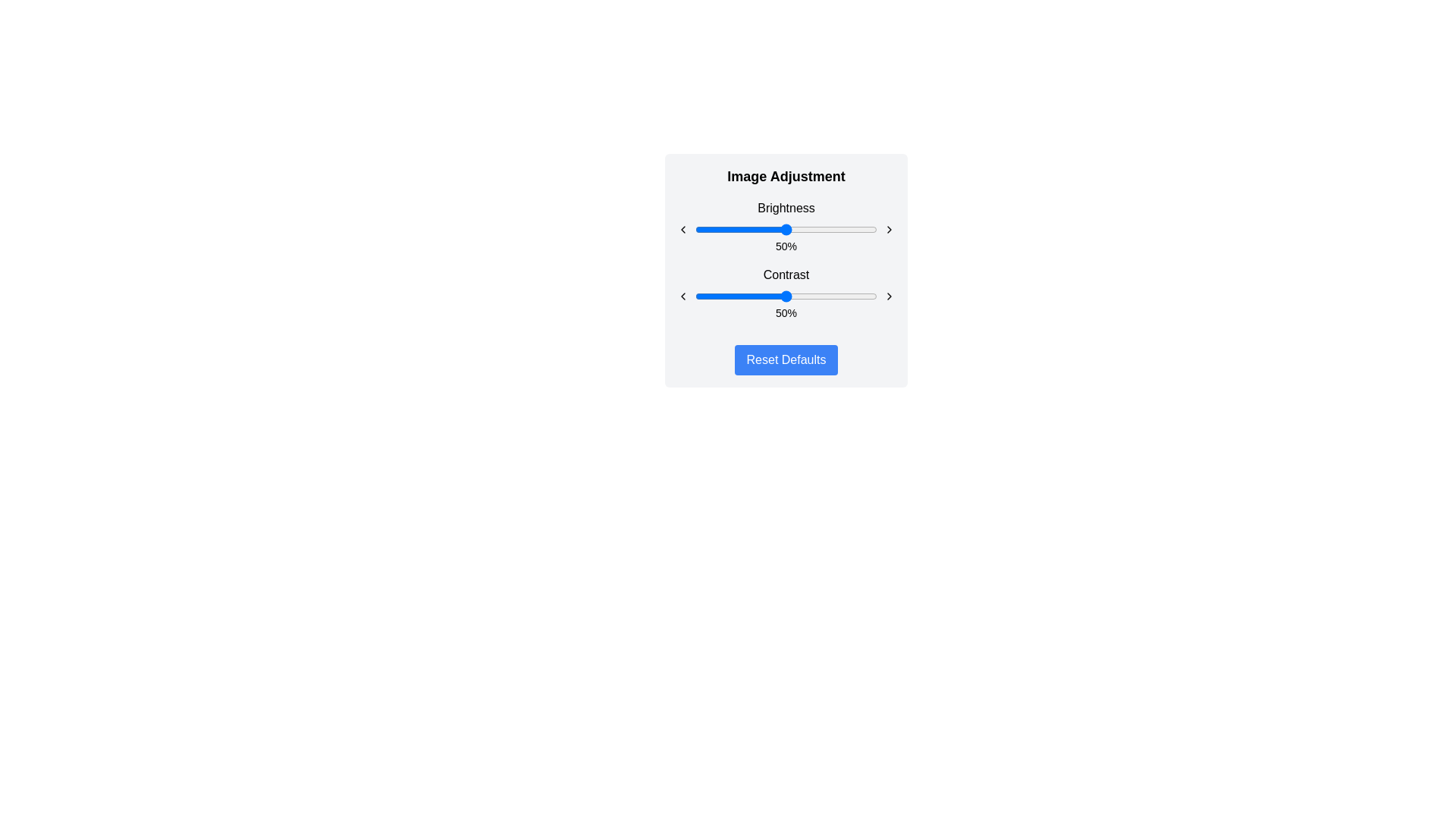 The height and width of the screenshot is (819, 1456). What do you see at coordinates (829, 230) in the screenshot?
I see `brightness` at bounding box center [829, 230].